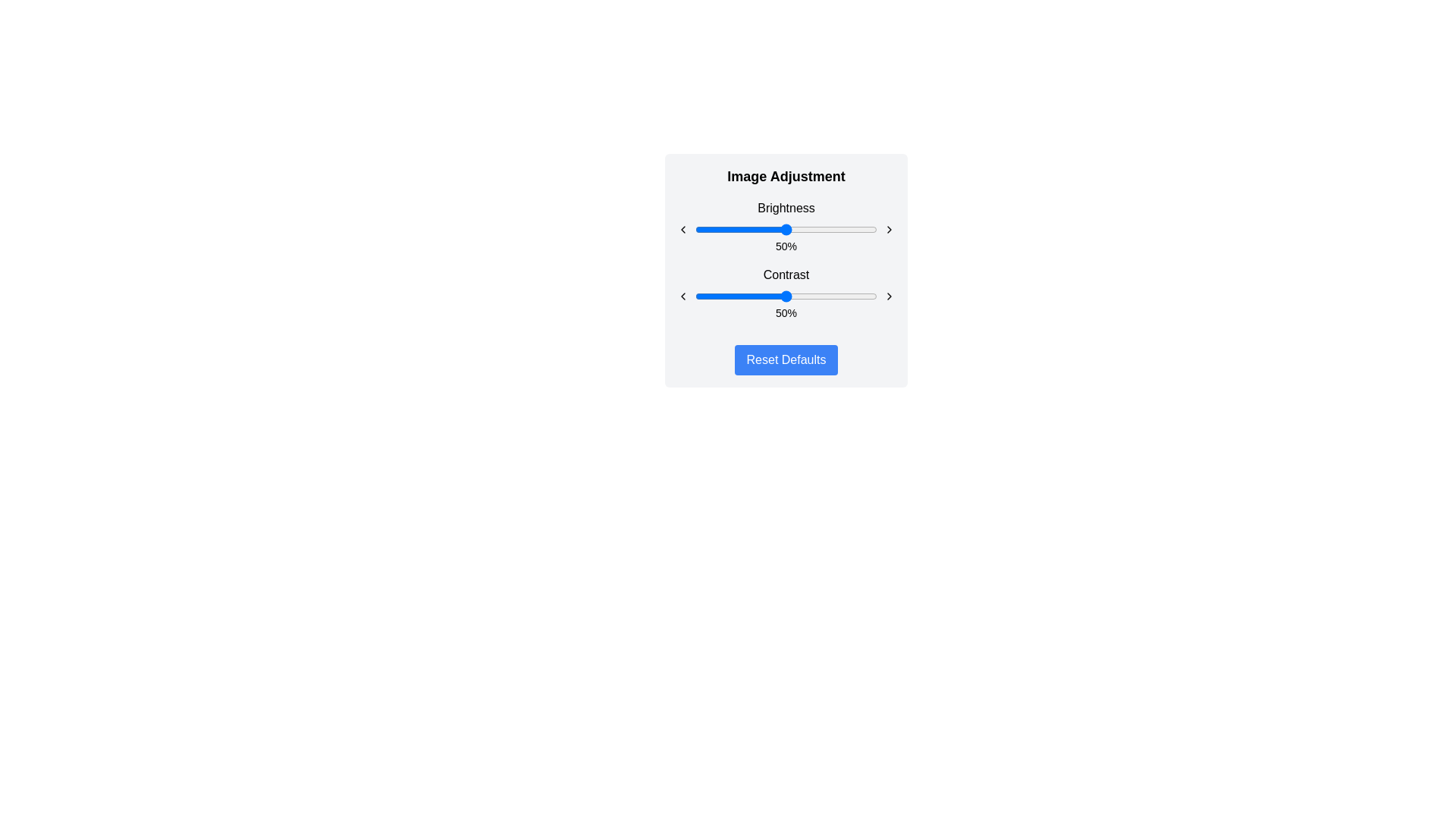 The height and width of the screenshot is (819, 1456). What do you see at coordinates (829, 230) in the screenshot?
I see `brightness` at bounding box center [829, 230].